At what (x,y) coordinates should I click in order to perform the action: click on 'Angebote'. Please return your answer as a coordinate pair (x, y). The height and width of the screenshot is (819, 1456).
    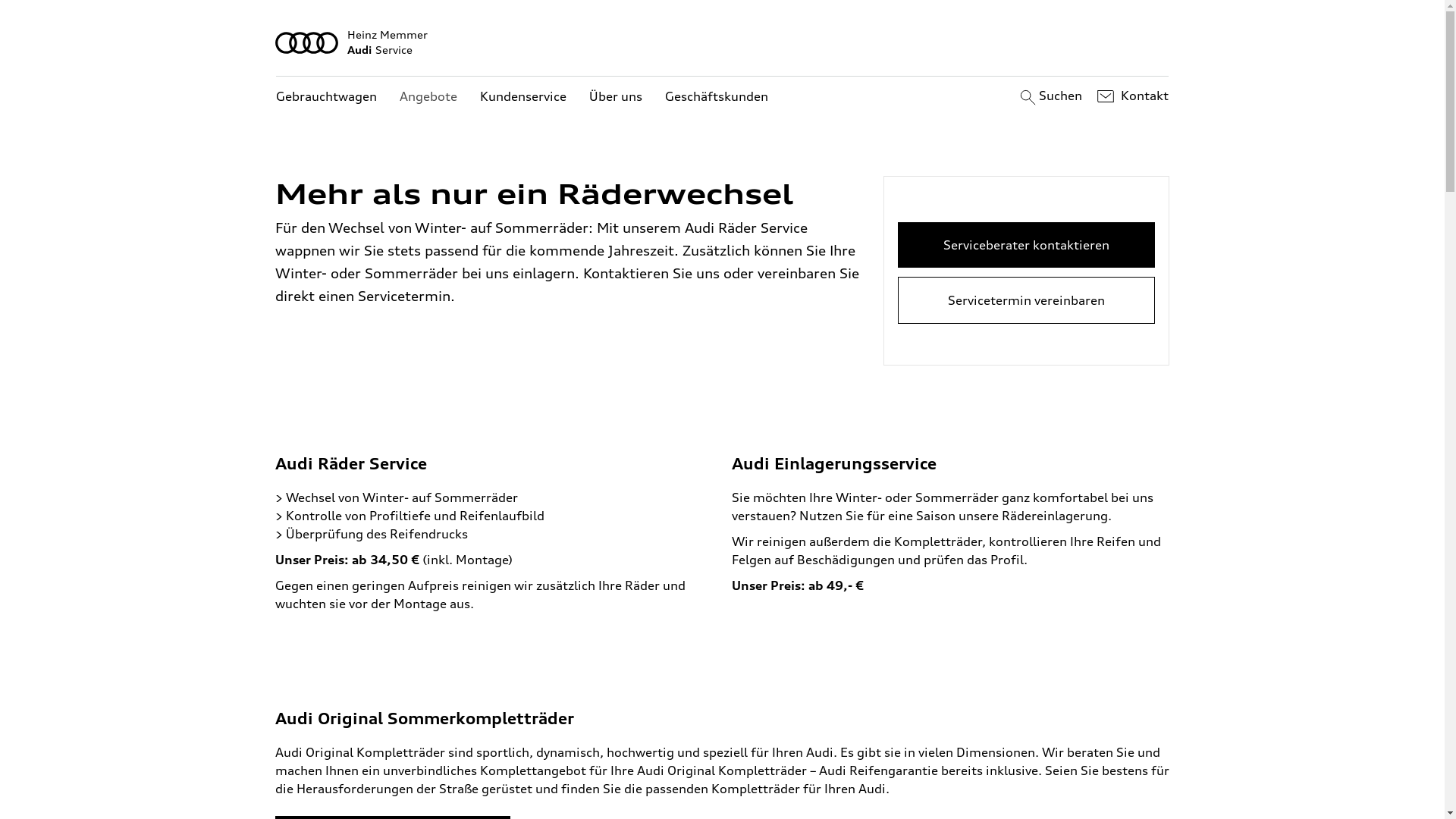
    Looking at the image, I should click on (428, 96).